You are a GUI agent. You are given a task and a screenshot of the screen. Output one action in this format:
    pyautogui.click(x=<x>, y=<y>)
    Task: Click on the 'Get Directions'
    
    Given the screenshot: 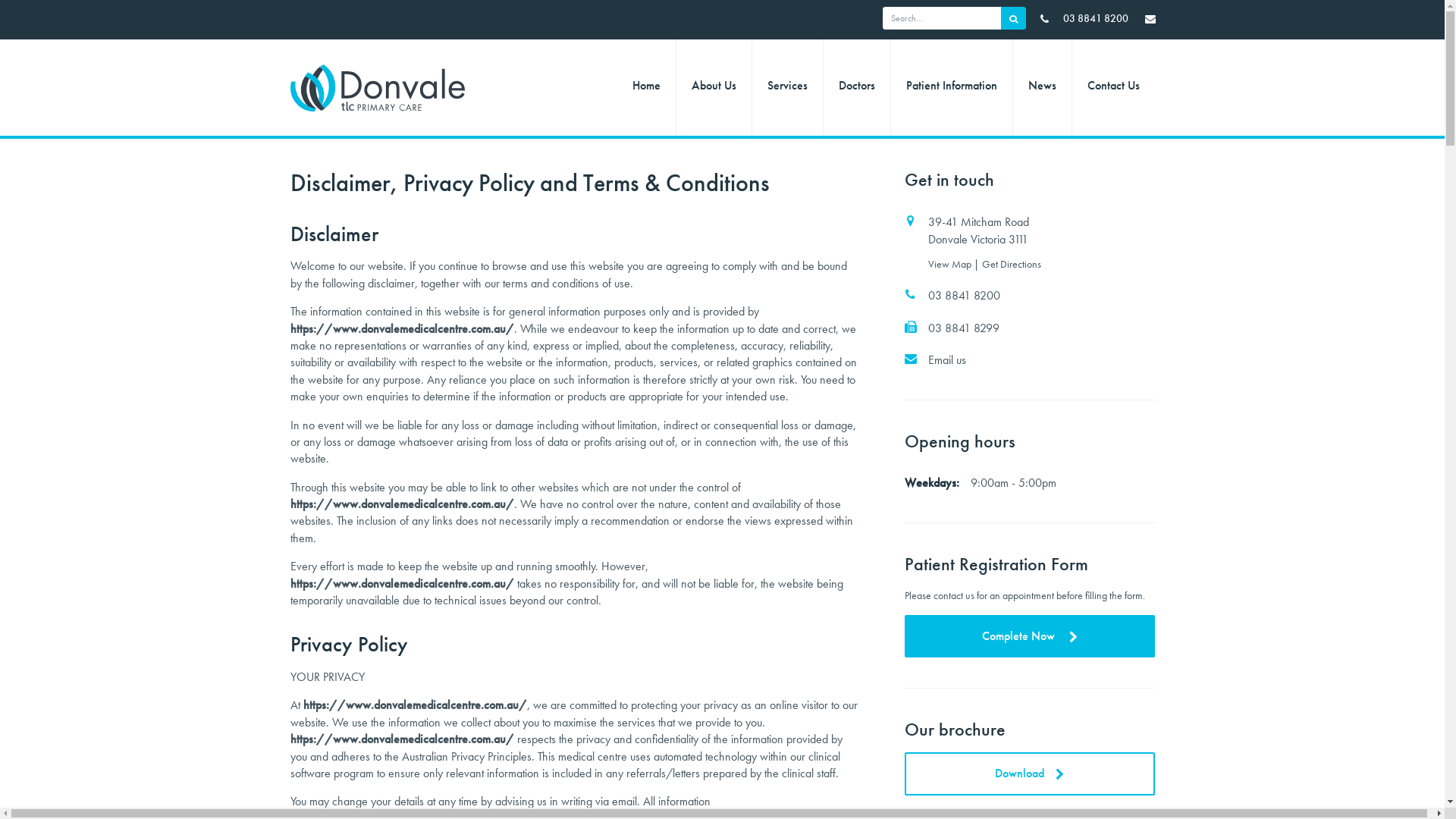 What is the action you would take?
    pyautogui.click(x=982, y=262)
    